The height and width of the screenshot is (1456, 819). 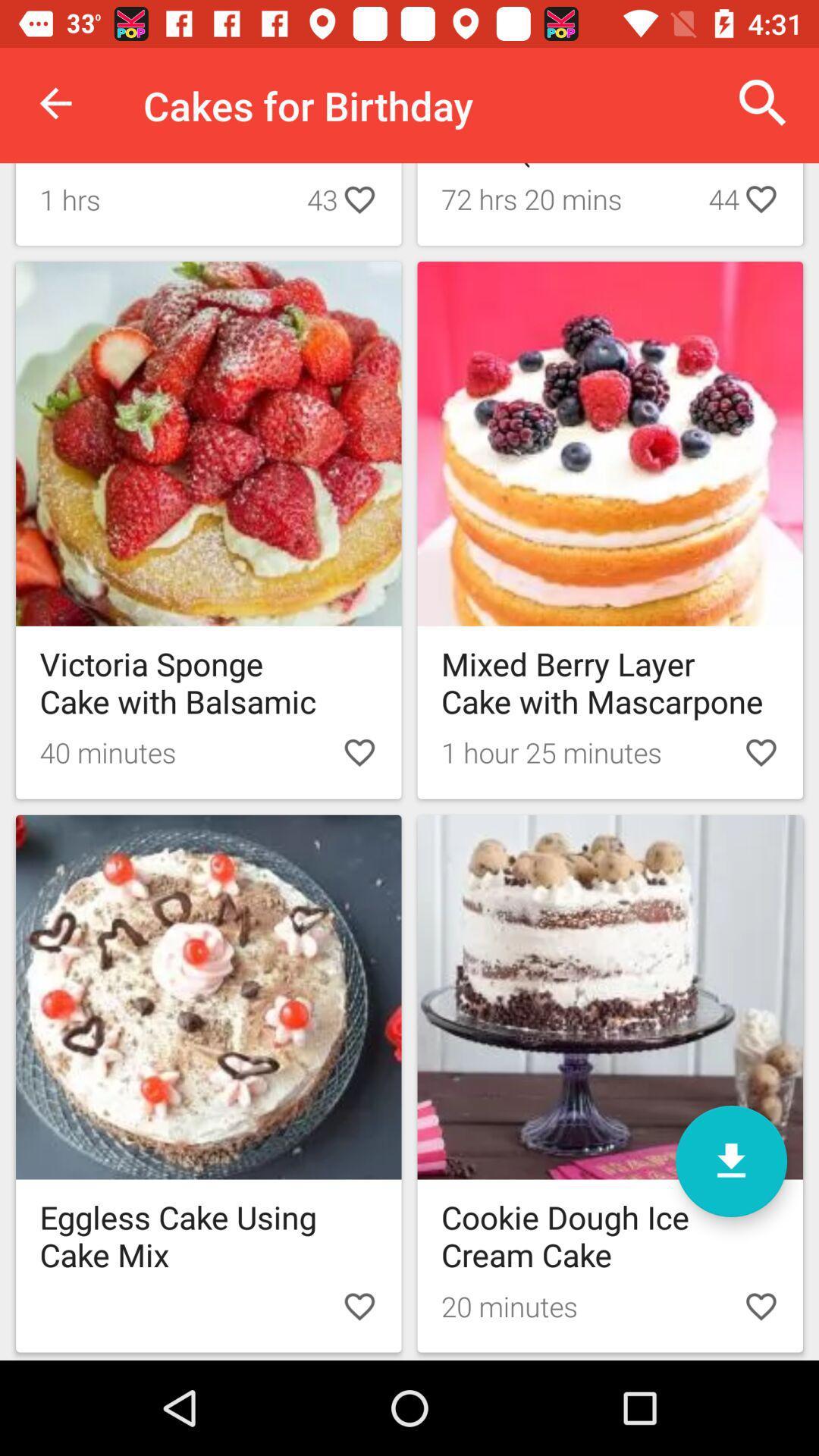 What do you see at coordinates (763, 102) in the screenshot?
I see `item next to cakes for birthday item` at bounding box center [763, 102].